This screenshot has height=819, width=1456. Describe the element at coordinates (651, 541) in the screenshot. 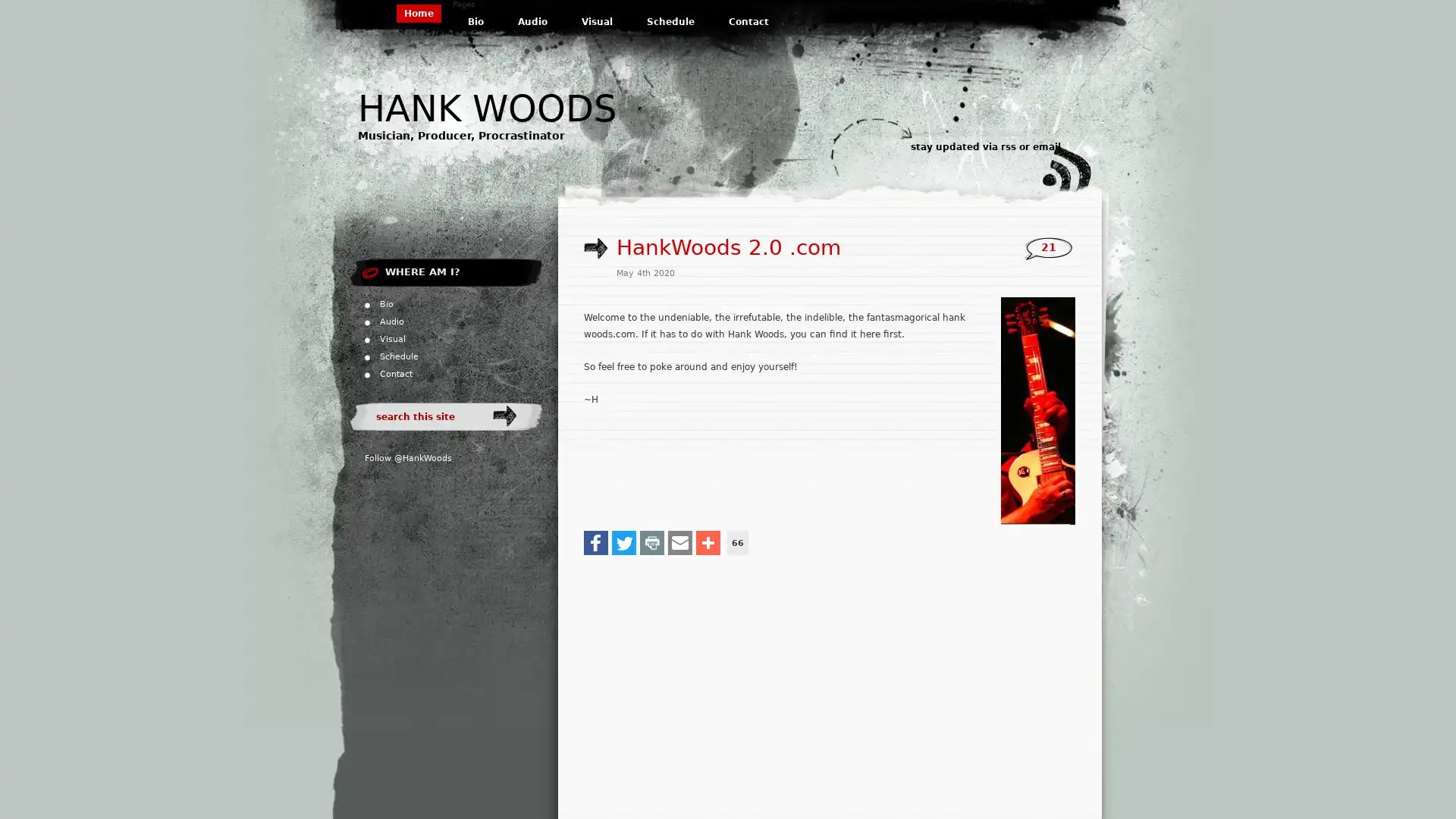

I see `Share to Print` at that location.